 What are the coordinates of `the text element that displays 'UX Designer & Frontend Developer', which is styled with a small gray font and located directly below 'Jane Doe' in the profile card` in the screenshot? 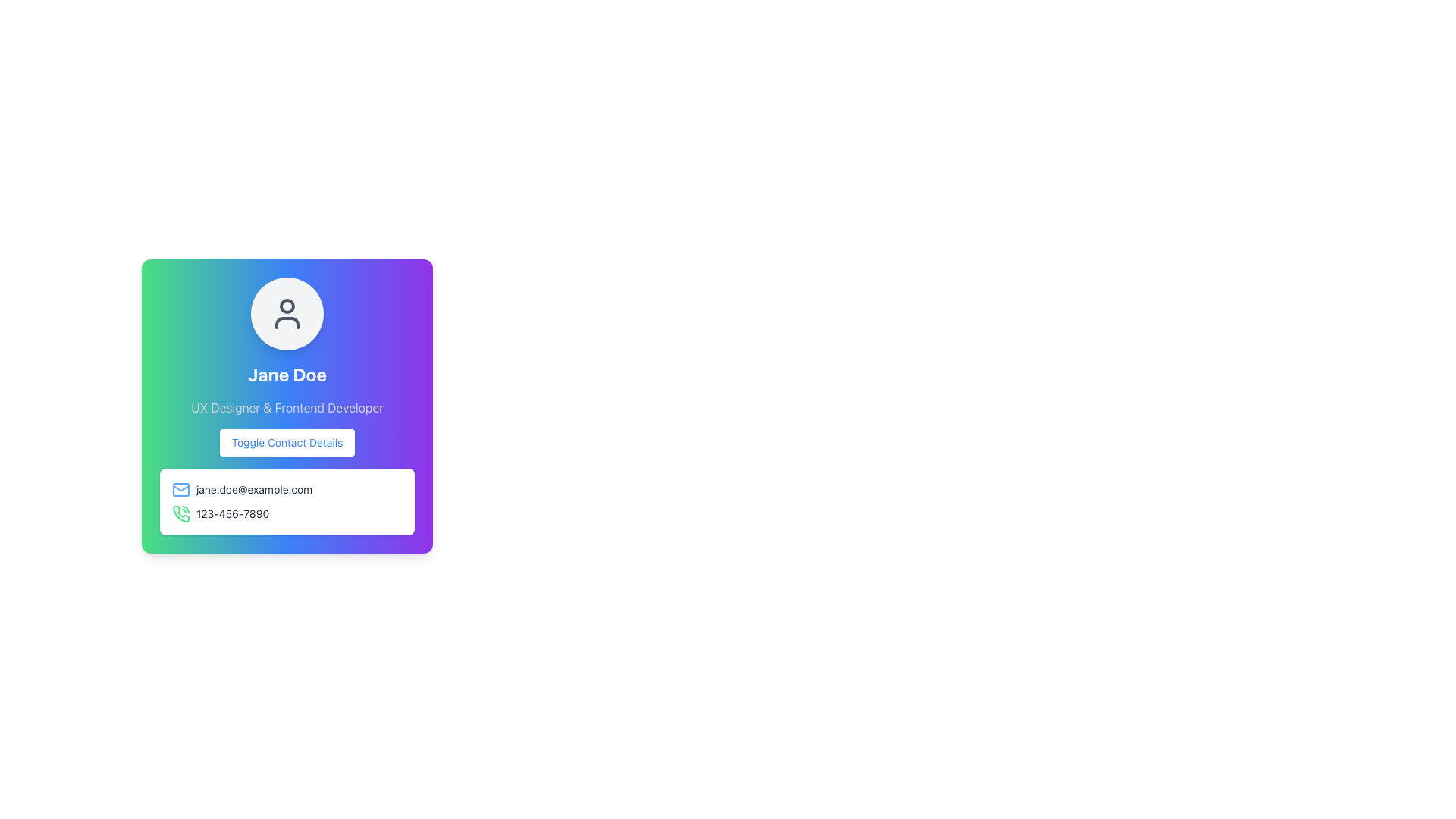 It's located at (287, 406).